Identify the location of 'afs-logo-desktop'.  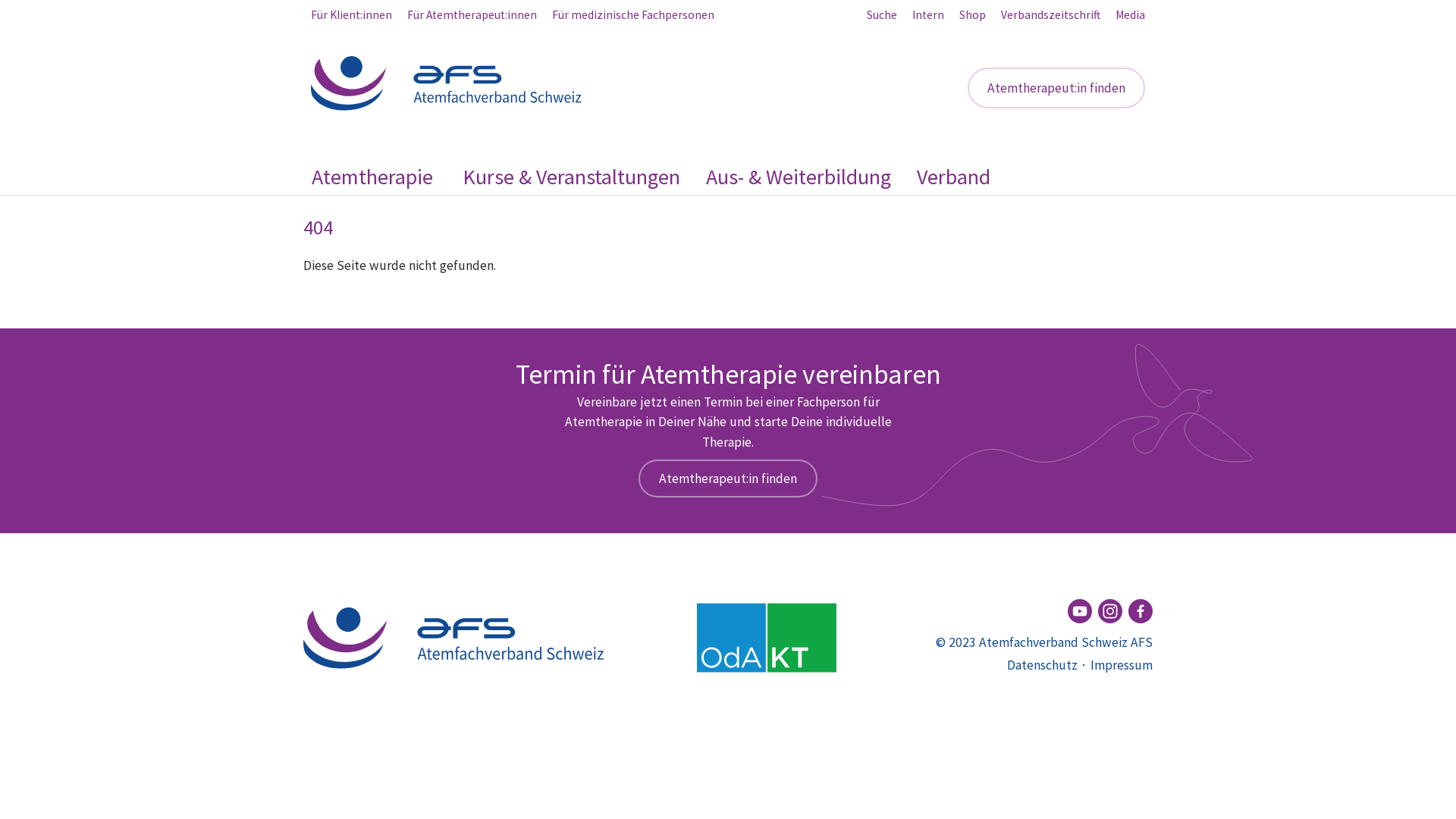
(309, 83).